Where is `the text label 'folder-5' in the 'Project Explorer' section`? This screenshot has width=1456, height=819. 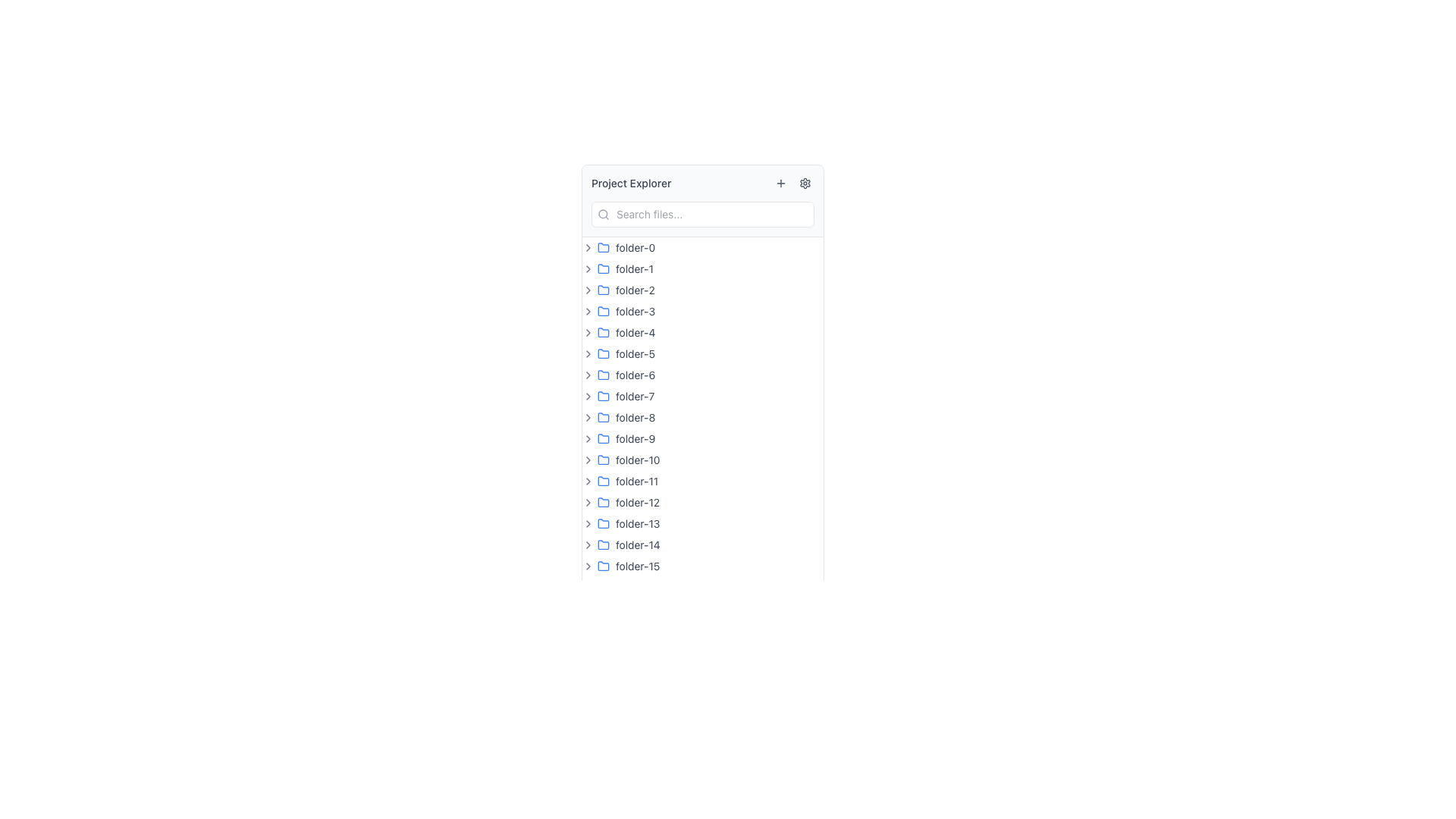
the text label 'folder-5' in the 'Project Explorer' section is located at coordinates (635, 353).